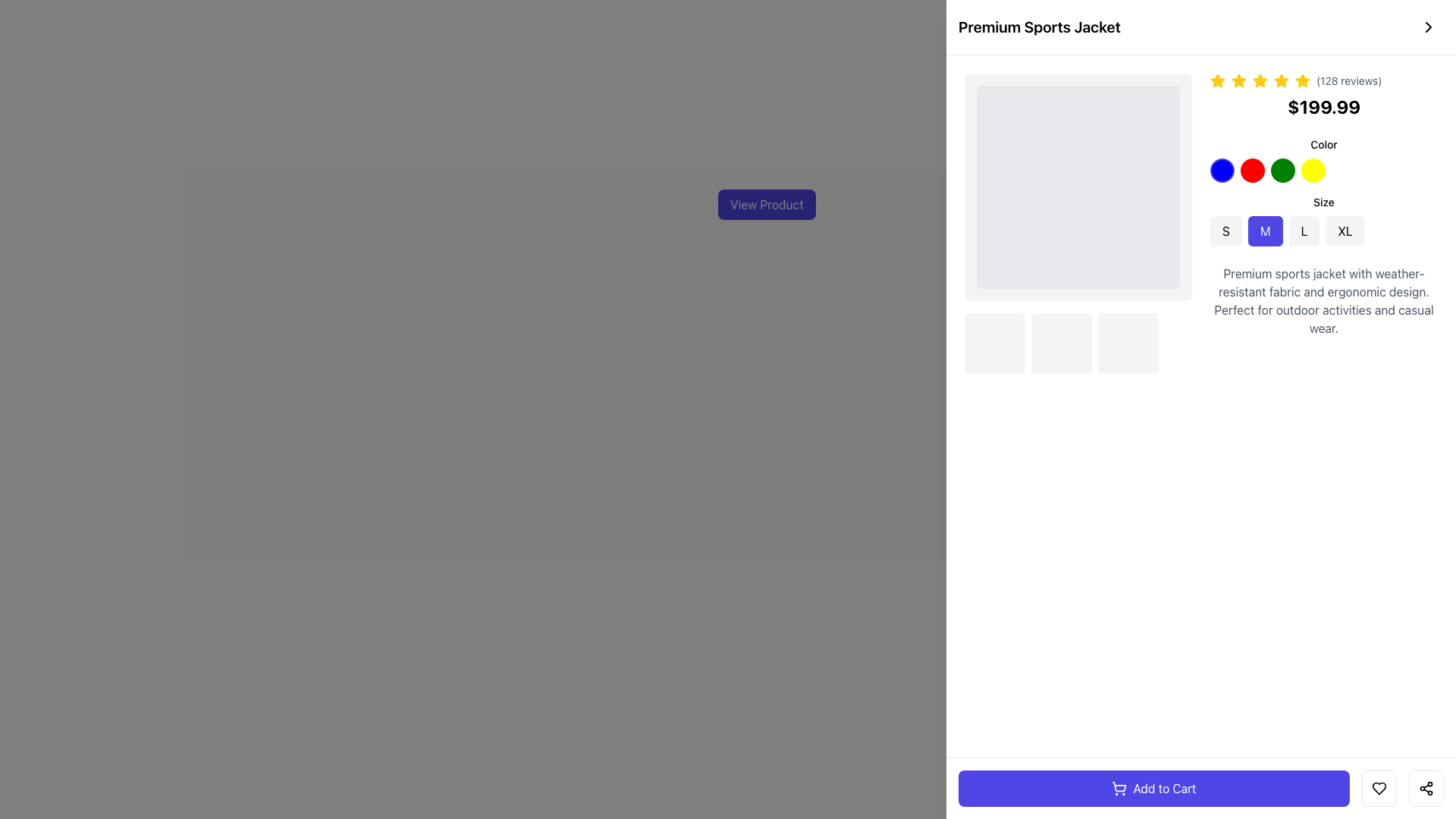 The image size is (1456, 819). What do you see at coordinates (1426, 788) in the screenshot?
I see `the square button with a rounded border and a black share network icon, located to the far right of a group of buttons, adjacent to a heart-shaped icon button and near an 'Add to Cart' button, to share content` at bounding box center [1426, 788].